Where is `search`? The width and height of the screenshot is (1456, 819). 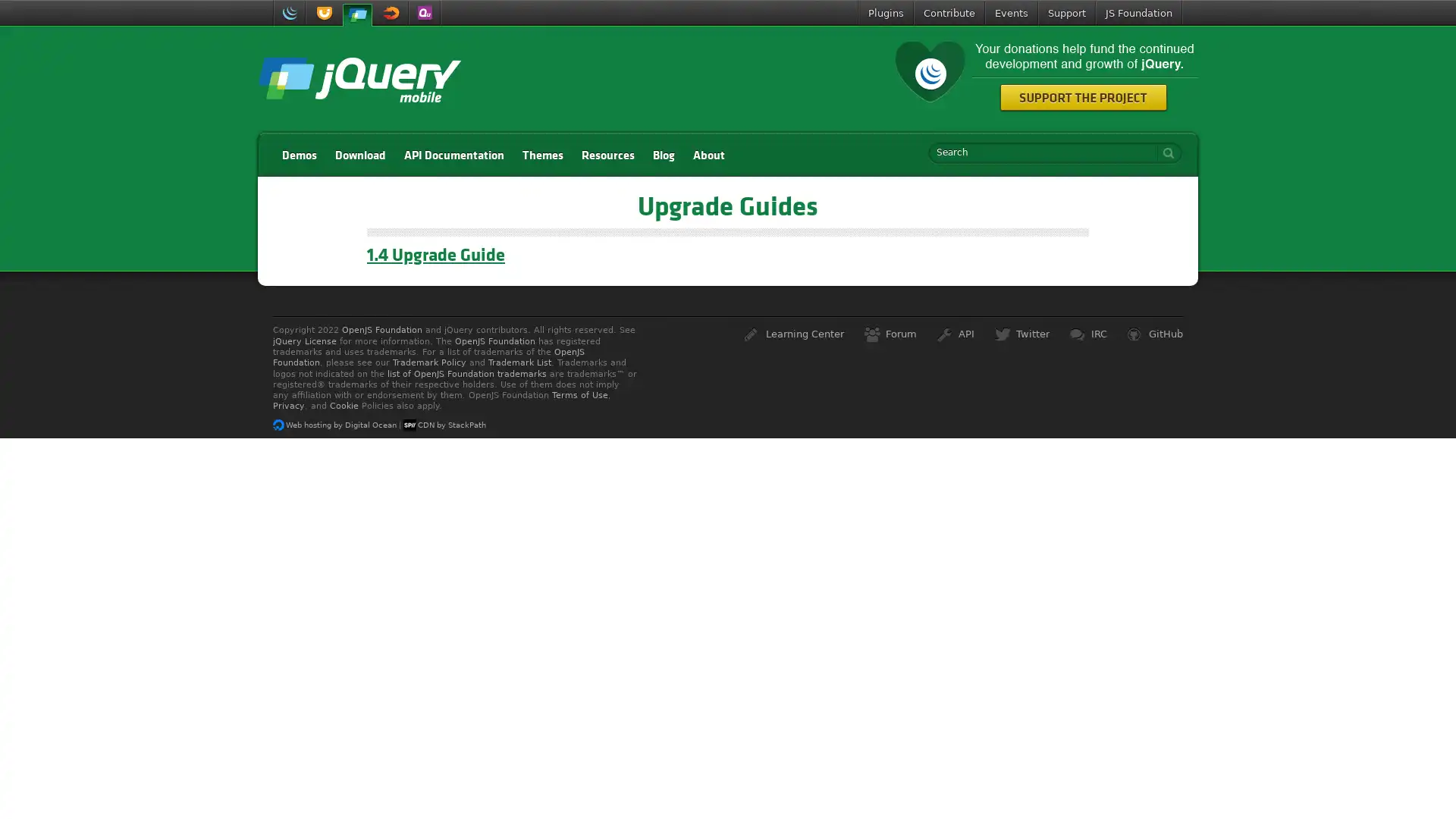
search is located at coordinates (1164, 152).